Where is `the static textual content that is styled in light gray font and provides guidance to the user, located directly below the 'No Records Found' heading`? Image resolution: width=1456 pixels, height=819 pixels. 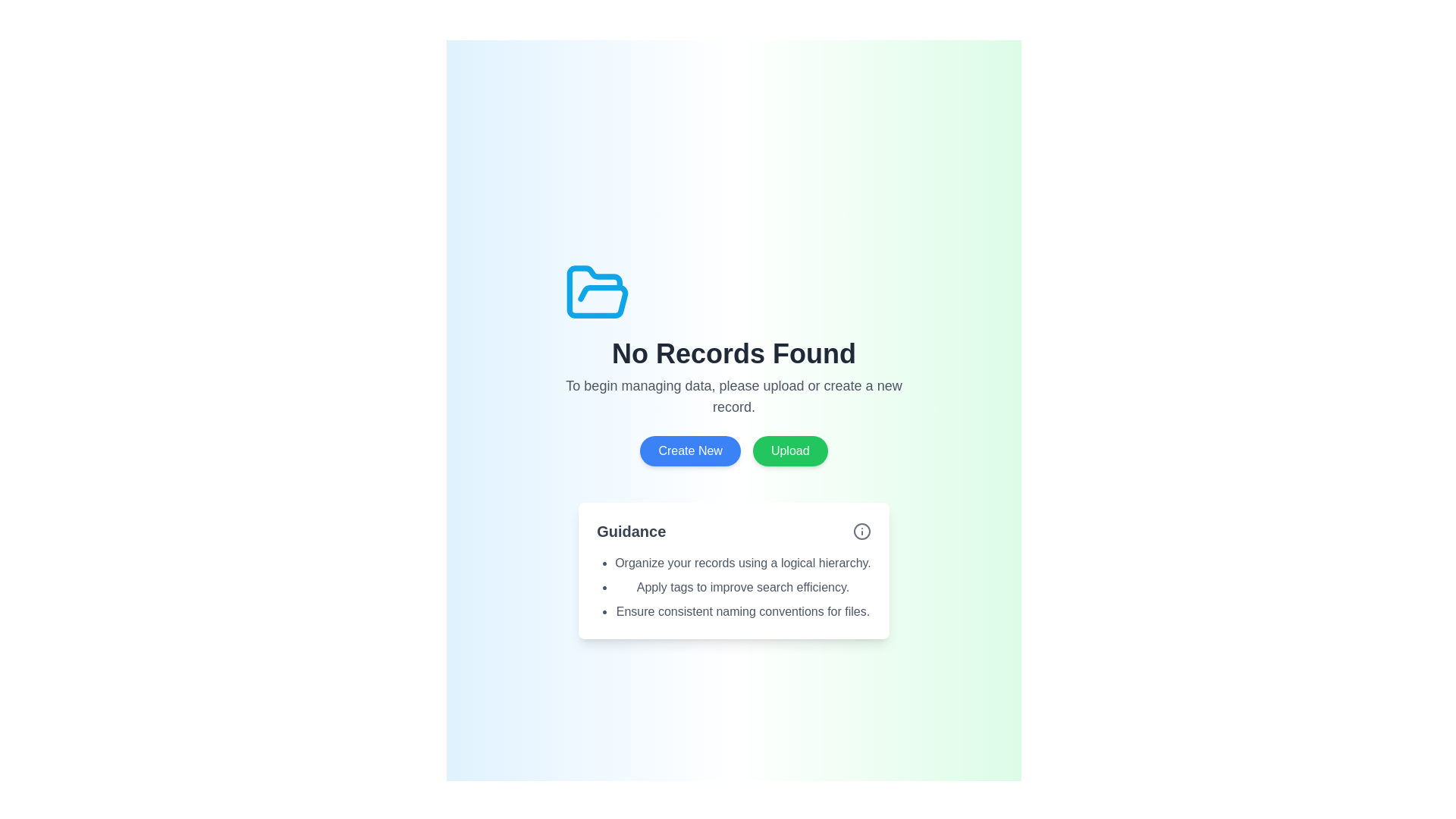
the static textual content that is styled in light gray font and provides guidance to the user, located directly below the 'No Records Found' heading is located at coordinates (734, 396).